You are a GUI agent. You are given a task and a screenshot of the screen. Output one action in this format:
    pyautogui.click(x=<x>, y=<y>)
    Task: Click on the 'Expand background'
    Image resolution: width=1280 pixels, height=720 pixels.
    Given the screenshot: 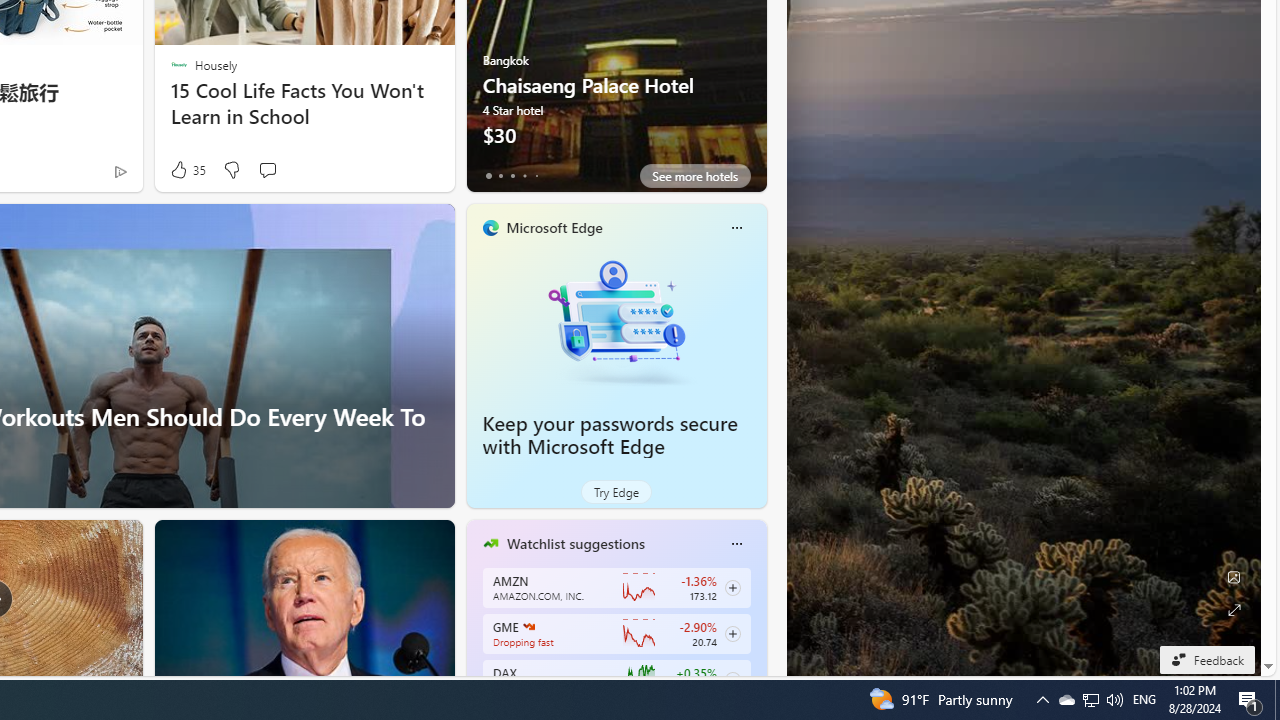 What is the action you would take?
    pyautogui.click(x=1232, y=609)
    